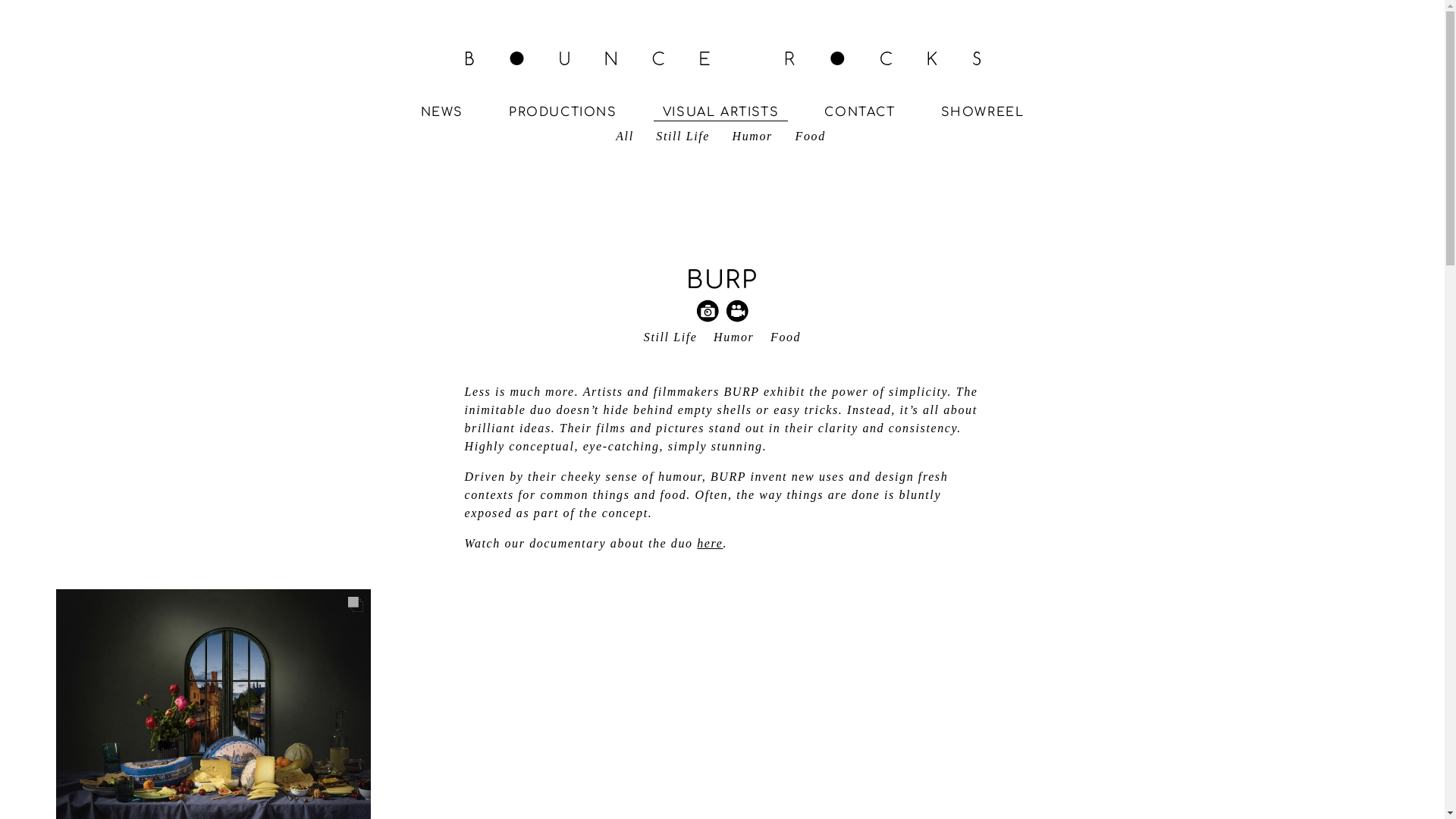 The width and height of the screenshot is (1456, 819). I want to click on 'SHOWREEL', so click(983, 111).